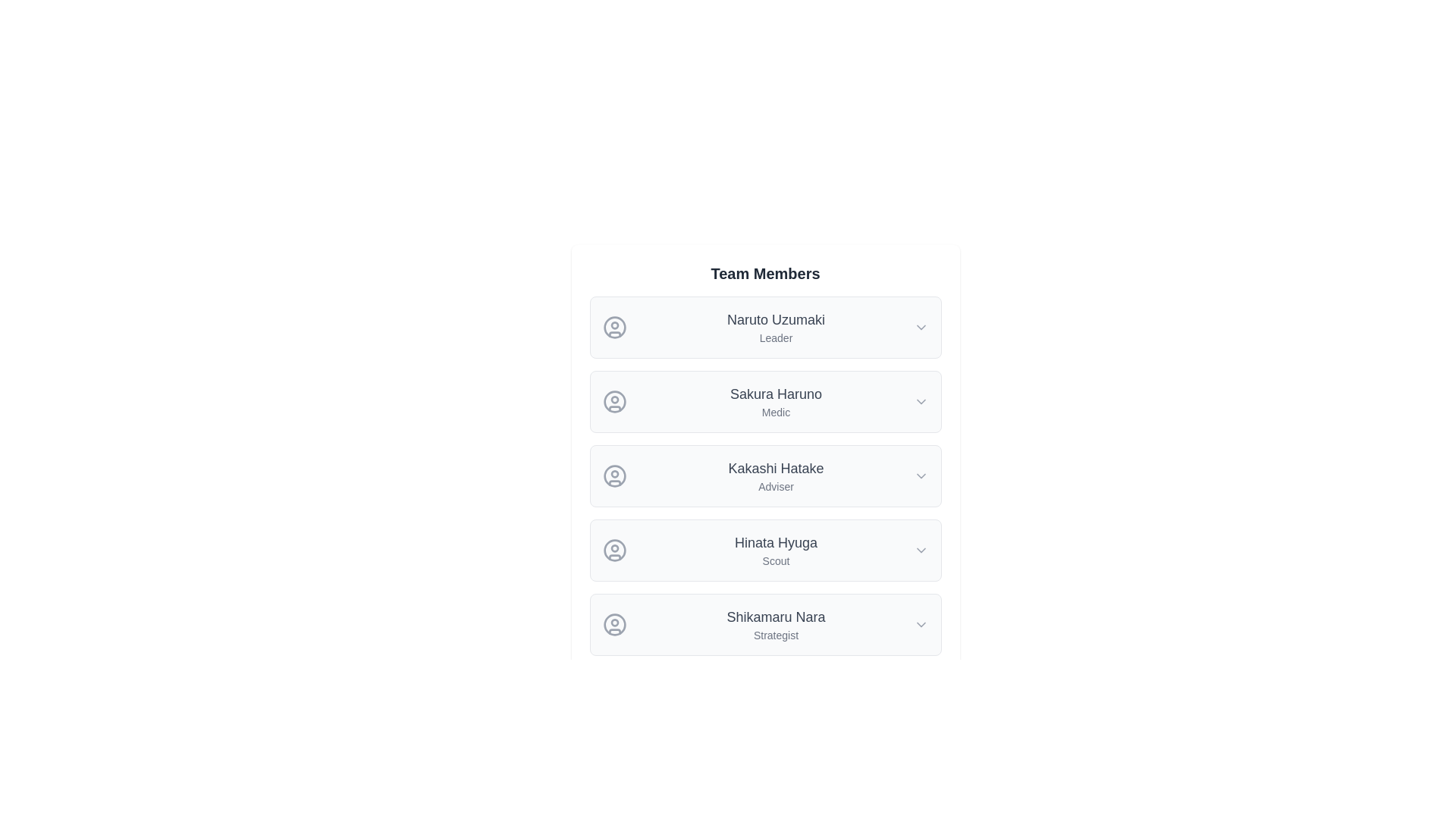 This screenshot has height=819, width=1456. What do you see at coordinates (776, 327) in the screenshot?
I see `the Text Block displaying the name and role of a team member, located as the first item in the list of 'Team Members.'` at bounding box center [776, 327].